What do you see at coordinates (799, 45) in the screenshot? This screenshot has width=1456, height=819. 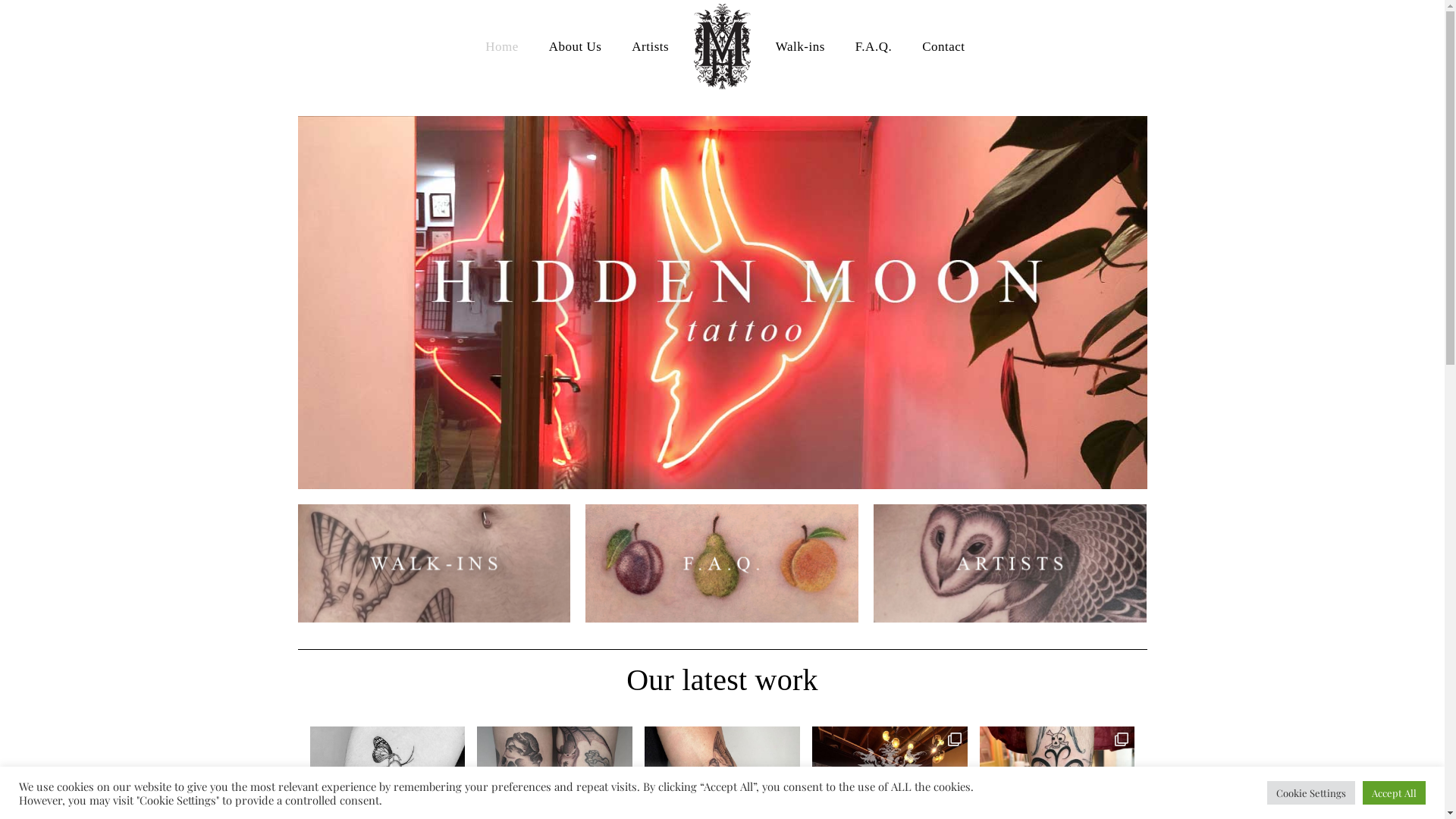 I see `'Walk-ins'` at bounding box center [799, 45].